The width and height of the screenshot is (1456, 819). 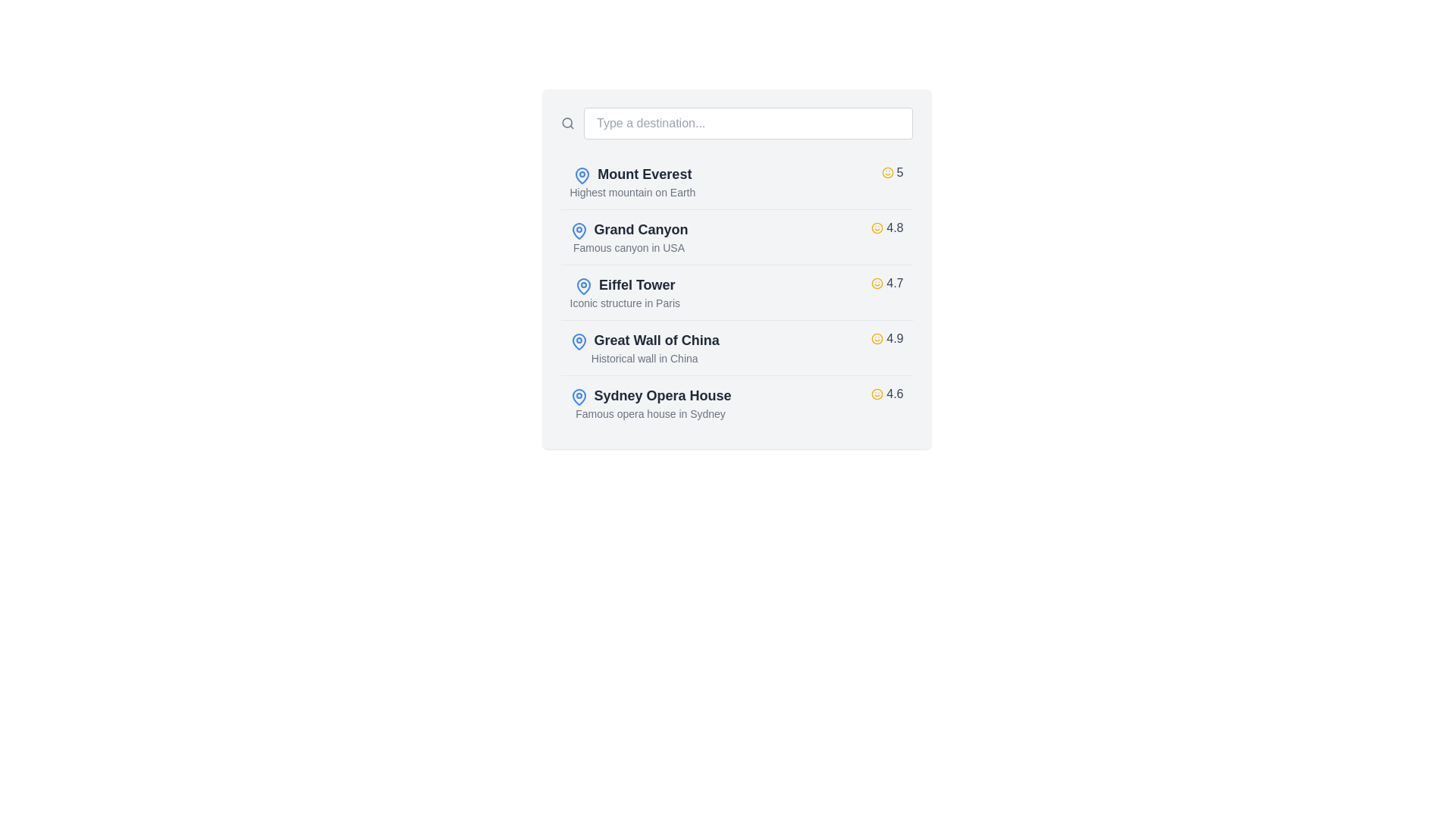 I want to click on the Text block with the bold title 'Great Wall of China' and the subtitle 'Historical wall in China', which is the fourth item in the vertical list of destinations, so click(x=645, y=348).